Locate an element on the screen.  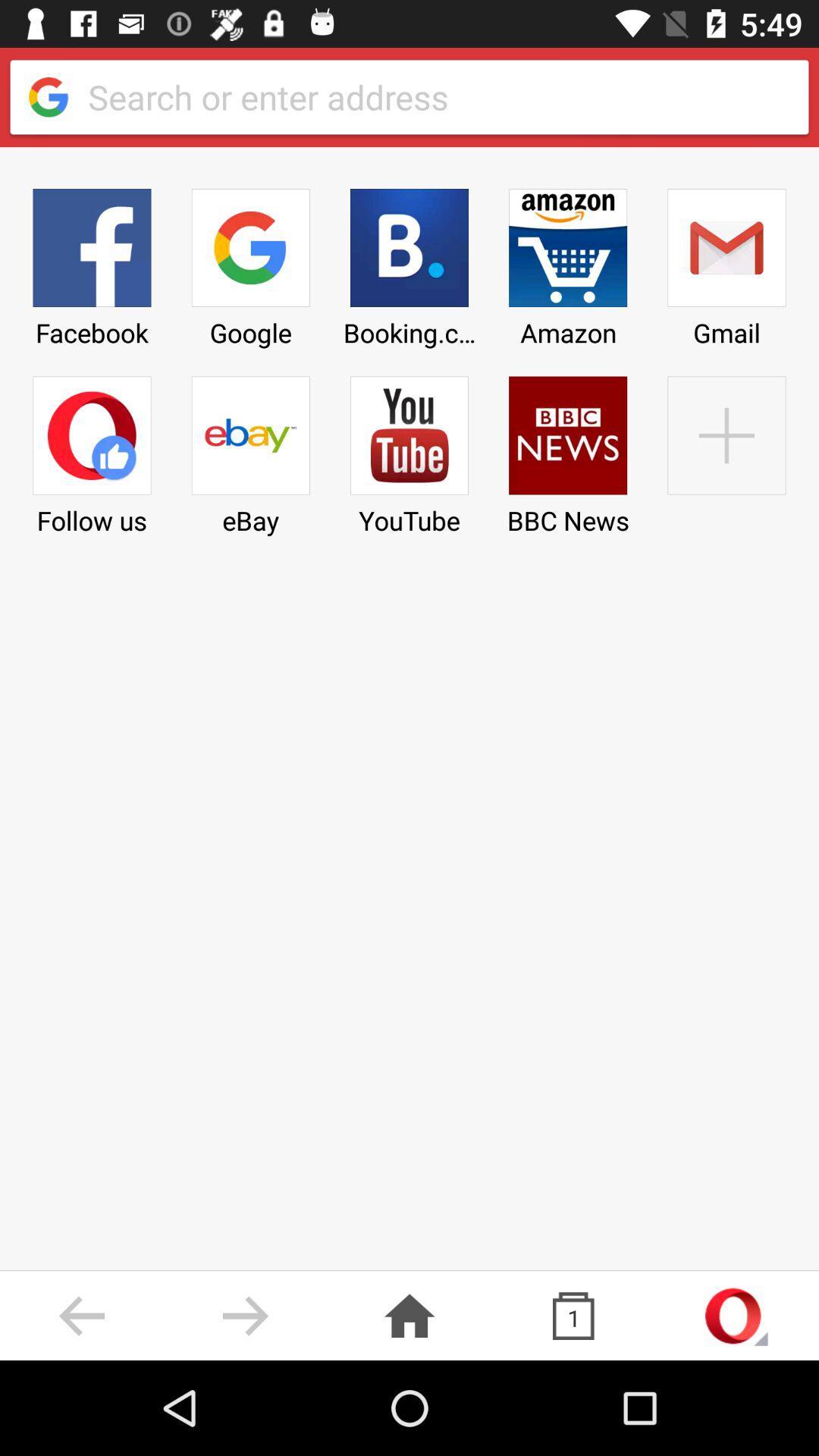
the item to the right of facebook item is located at coordinates (249, 450).